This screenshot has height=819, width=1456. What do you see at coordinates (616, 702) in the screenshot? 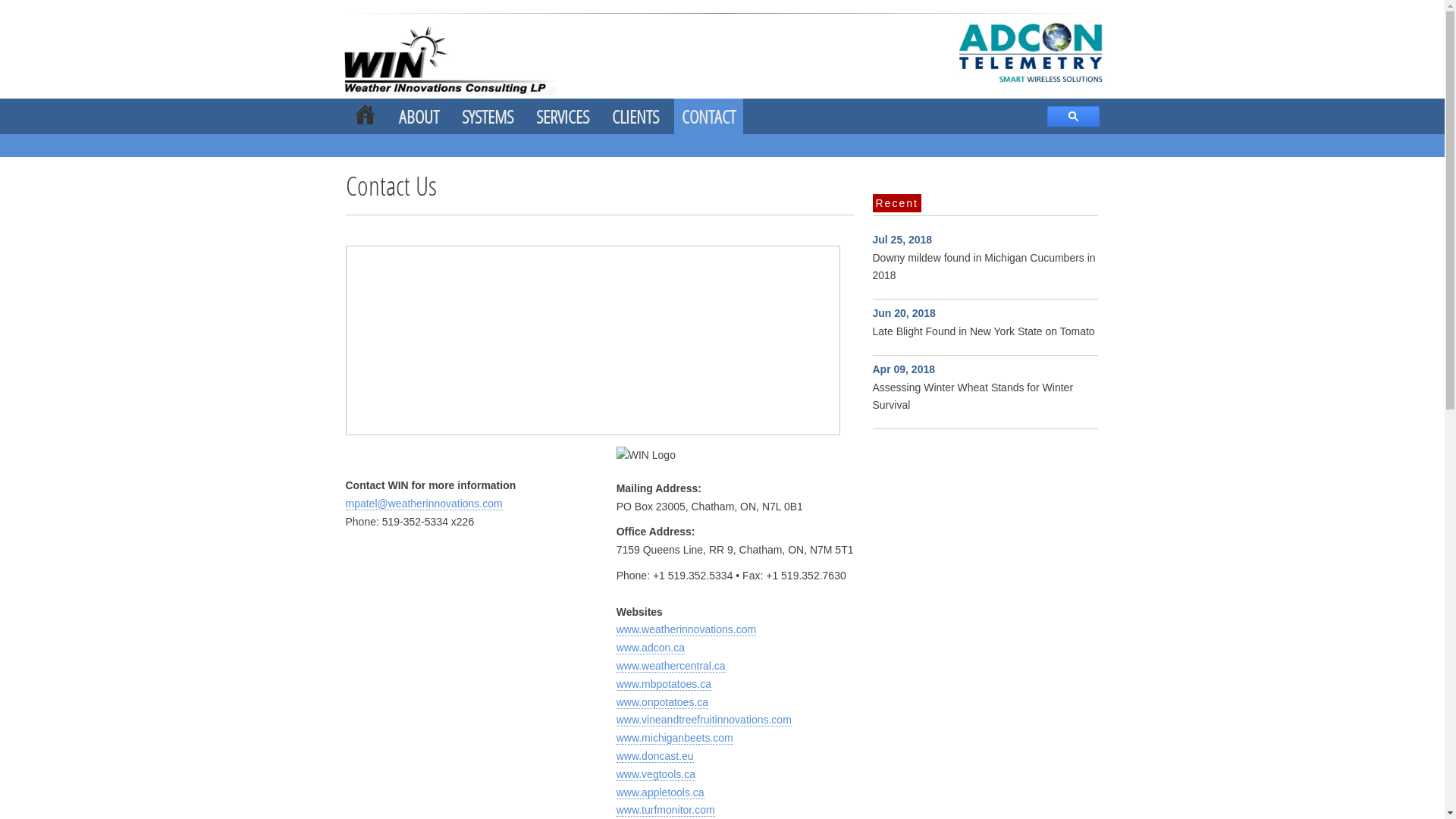
I see `'www.onpotatoes.ca'` at bounding box center [616, 702].